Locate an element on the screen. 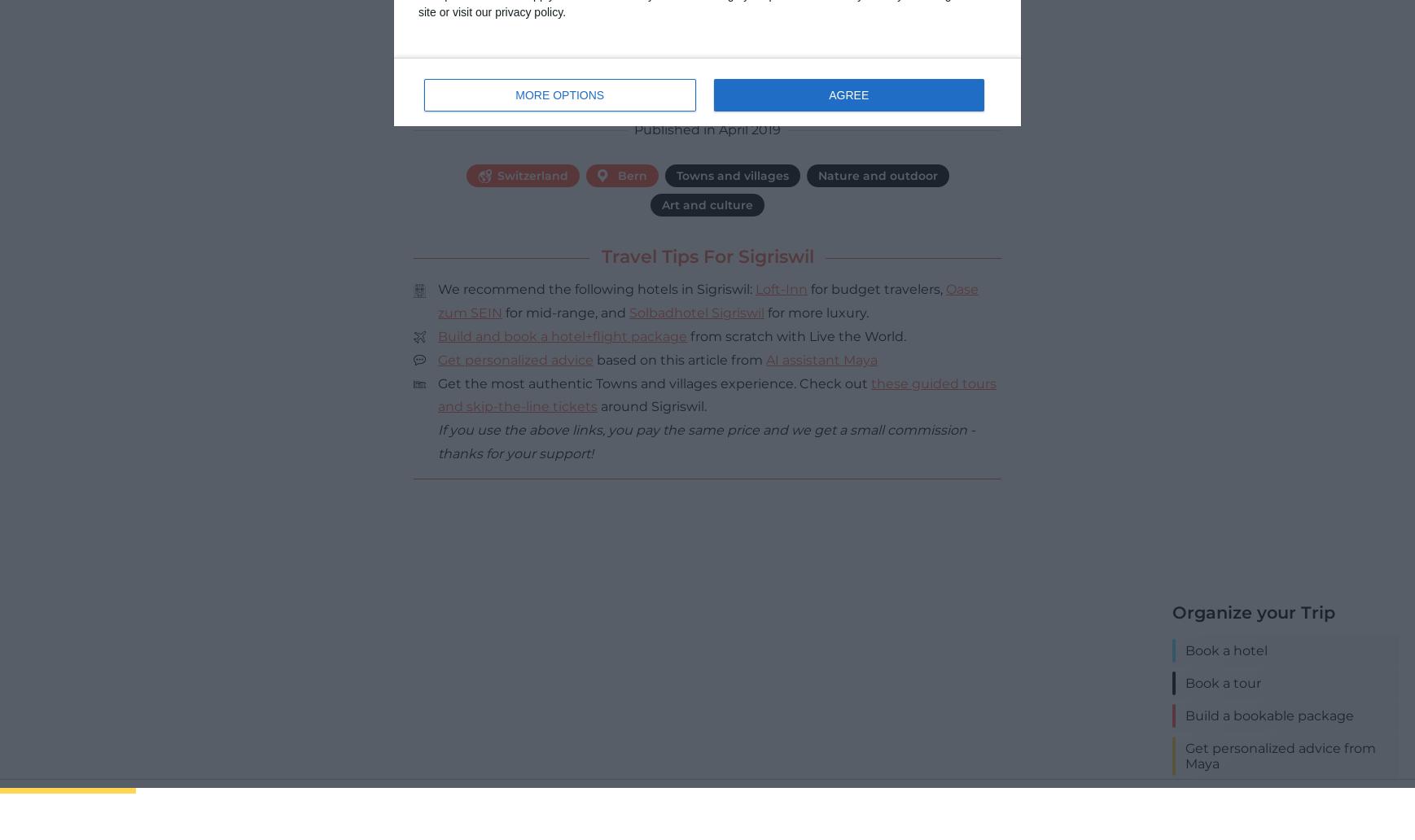 The height and width of the screenshot is (840, 1415). 'Art and culture' is located at coordinates (707, 204).